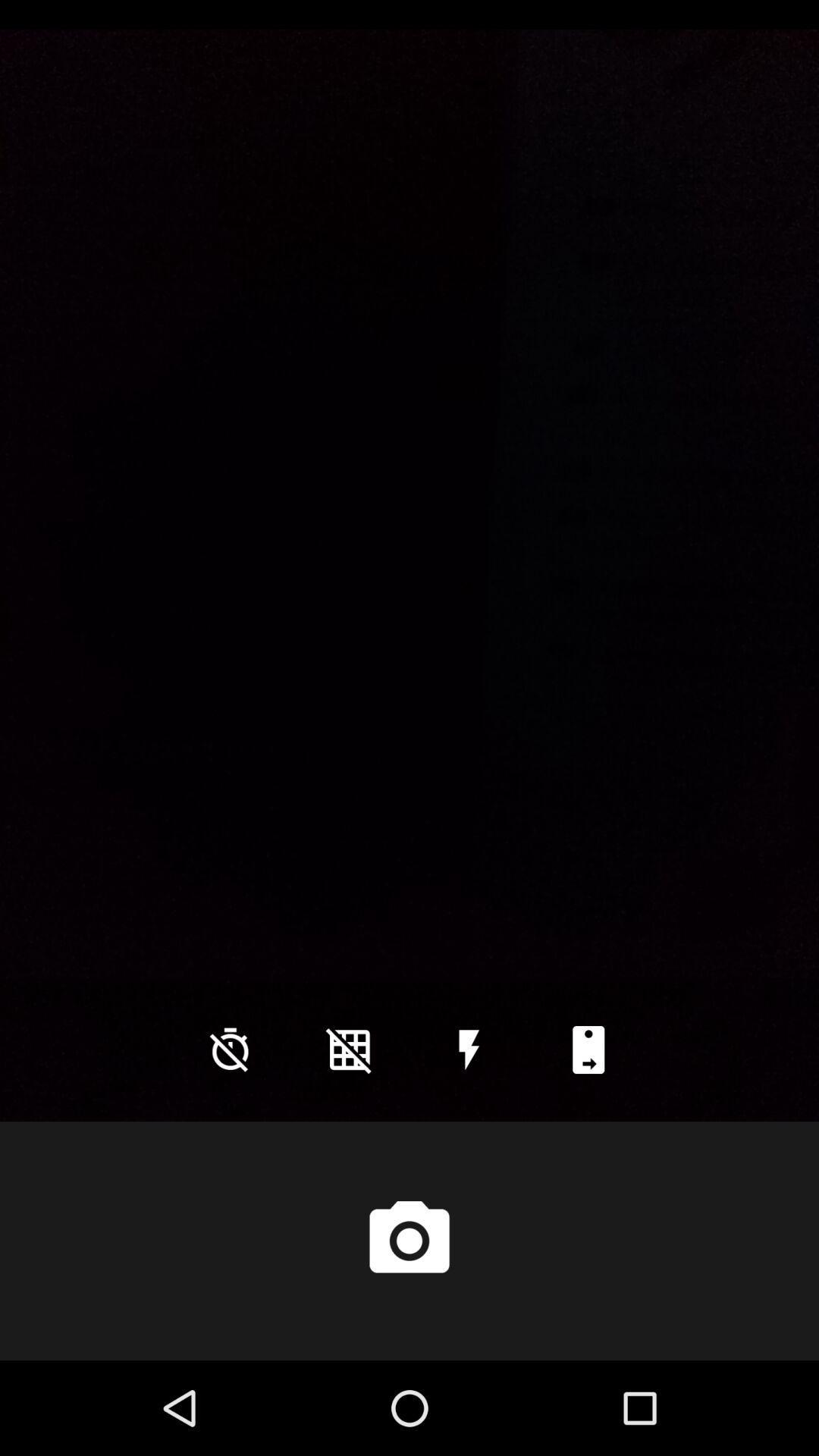 The height and width of the screenshot is (1456, 819). What do you see at coordinates (468, 1049) in the screenshot?
I see `the flash icon` at bounding box center [468, 1049].